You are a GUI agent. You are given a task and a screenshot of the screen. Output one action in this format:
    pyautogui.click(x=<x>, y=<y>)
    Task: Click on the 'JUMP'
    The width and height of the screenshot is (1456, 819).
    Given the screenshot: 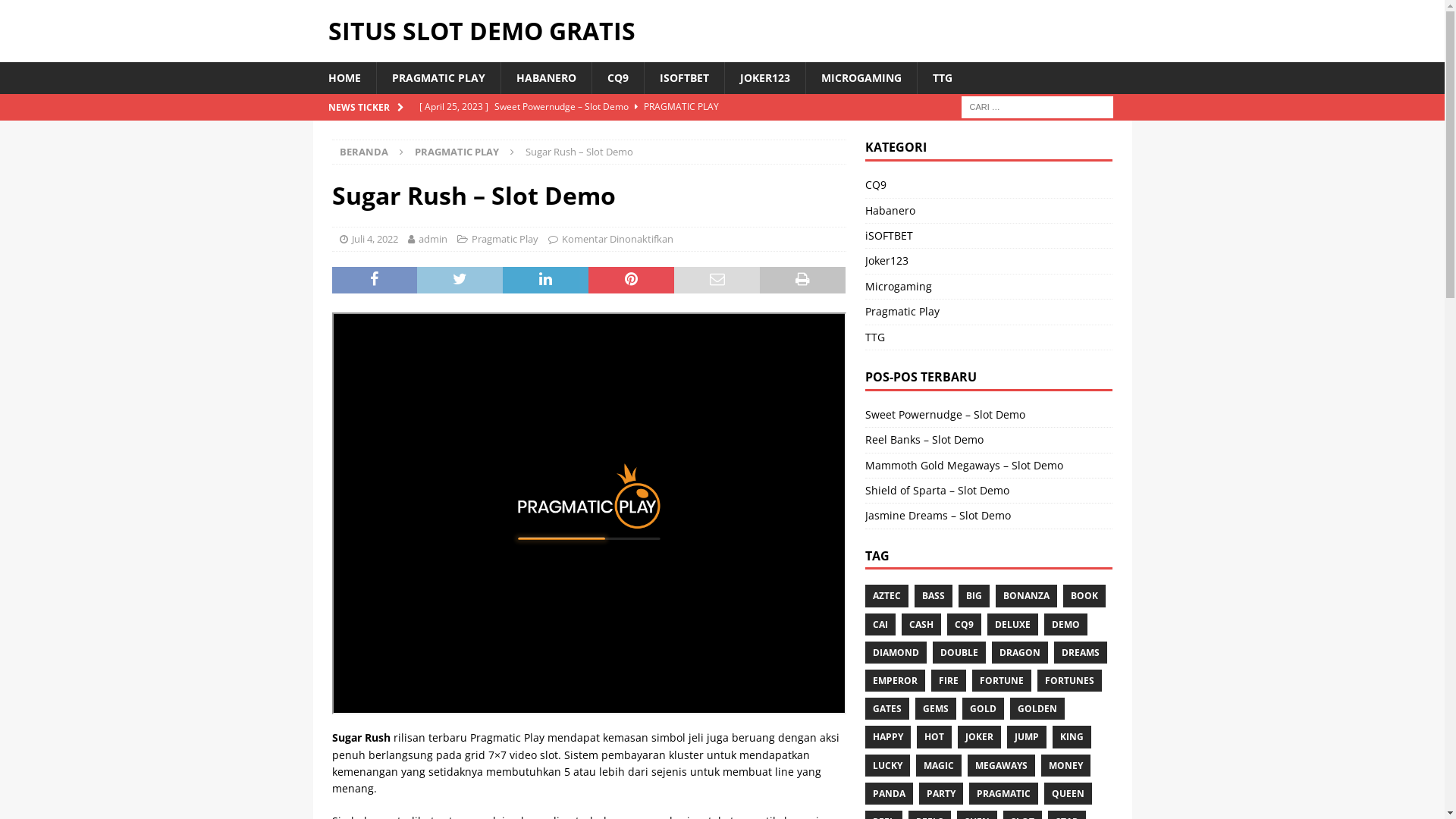 What is the action you would take?
    pyautogui.click(x=1026, y=736)
    